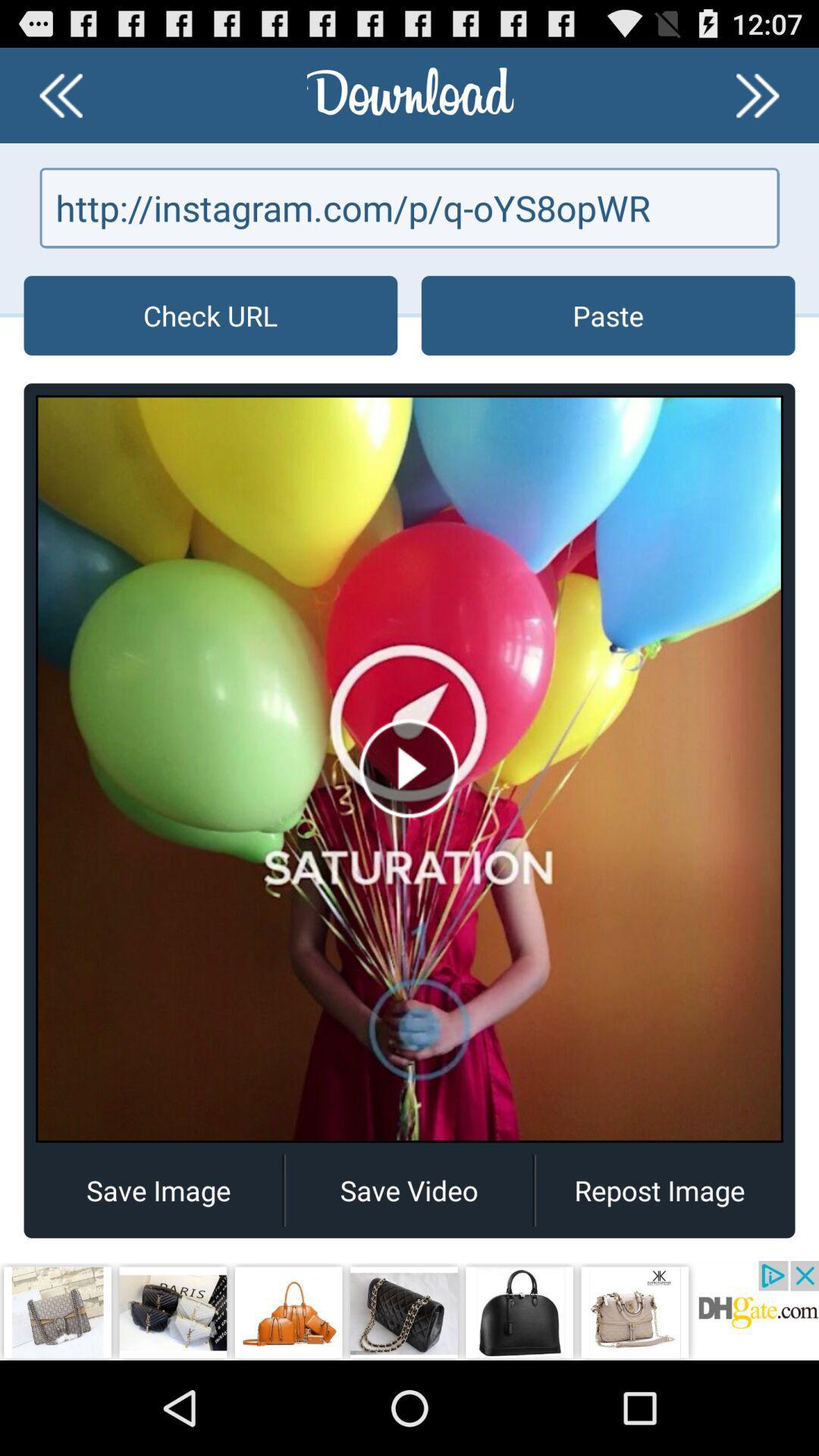  I want to click on the av_forward icon, so click(758, 101).